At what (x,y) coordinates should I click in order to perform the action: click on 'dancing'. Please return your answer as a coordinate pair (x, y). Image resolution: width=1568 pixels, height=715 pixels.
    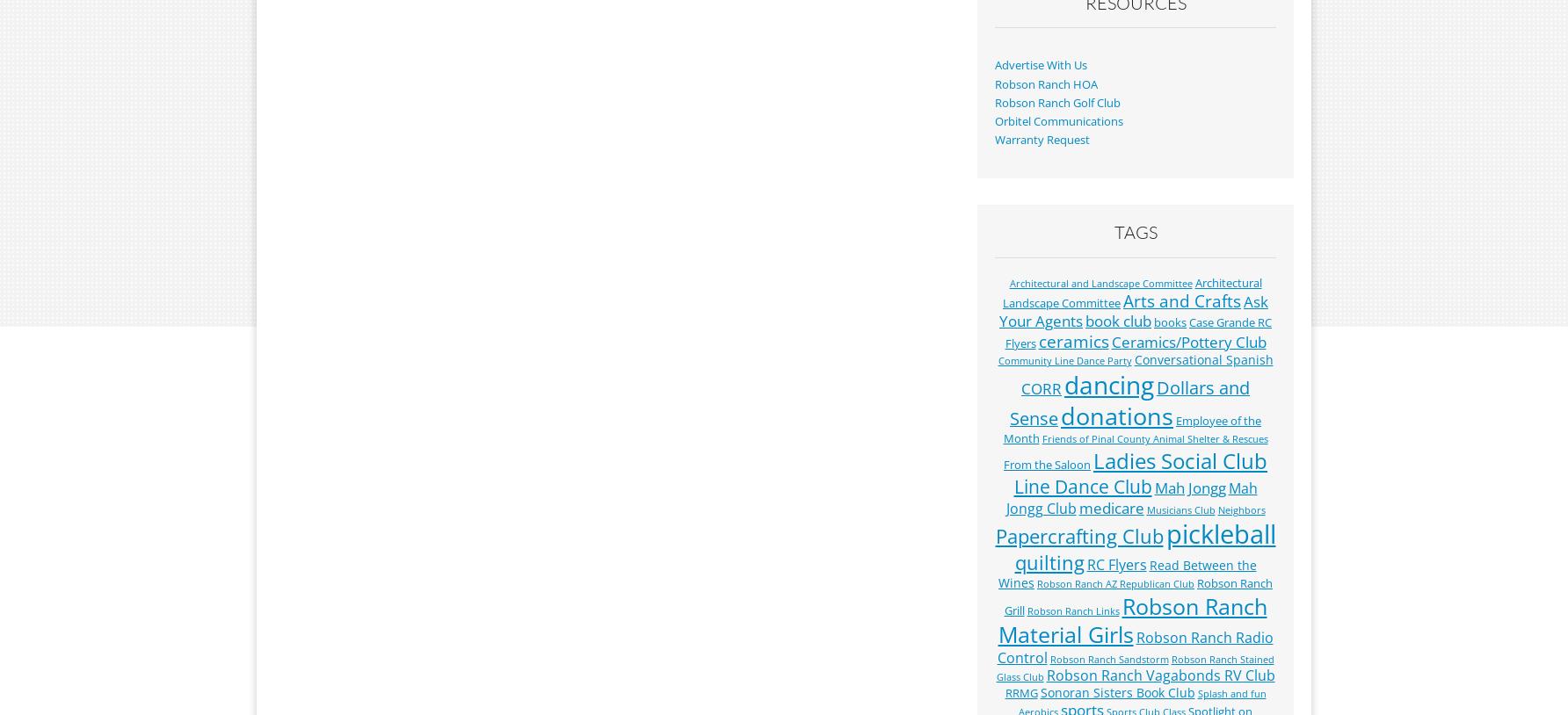
    Looking at the image, I should click on (1108, 383).